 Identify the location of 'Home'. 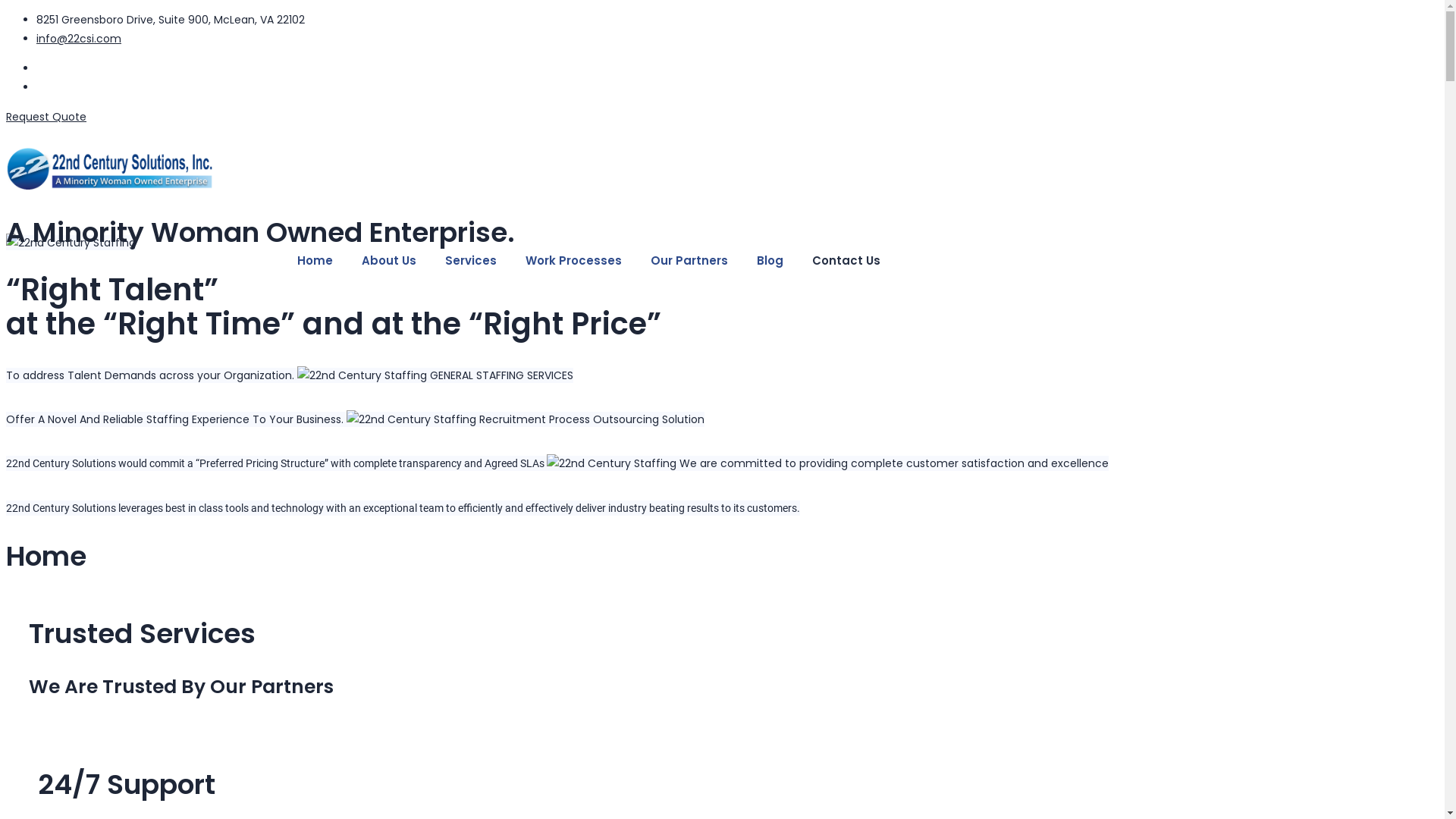
(314, 259).